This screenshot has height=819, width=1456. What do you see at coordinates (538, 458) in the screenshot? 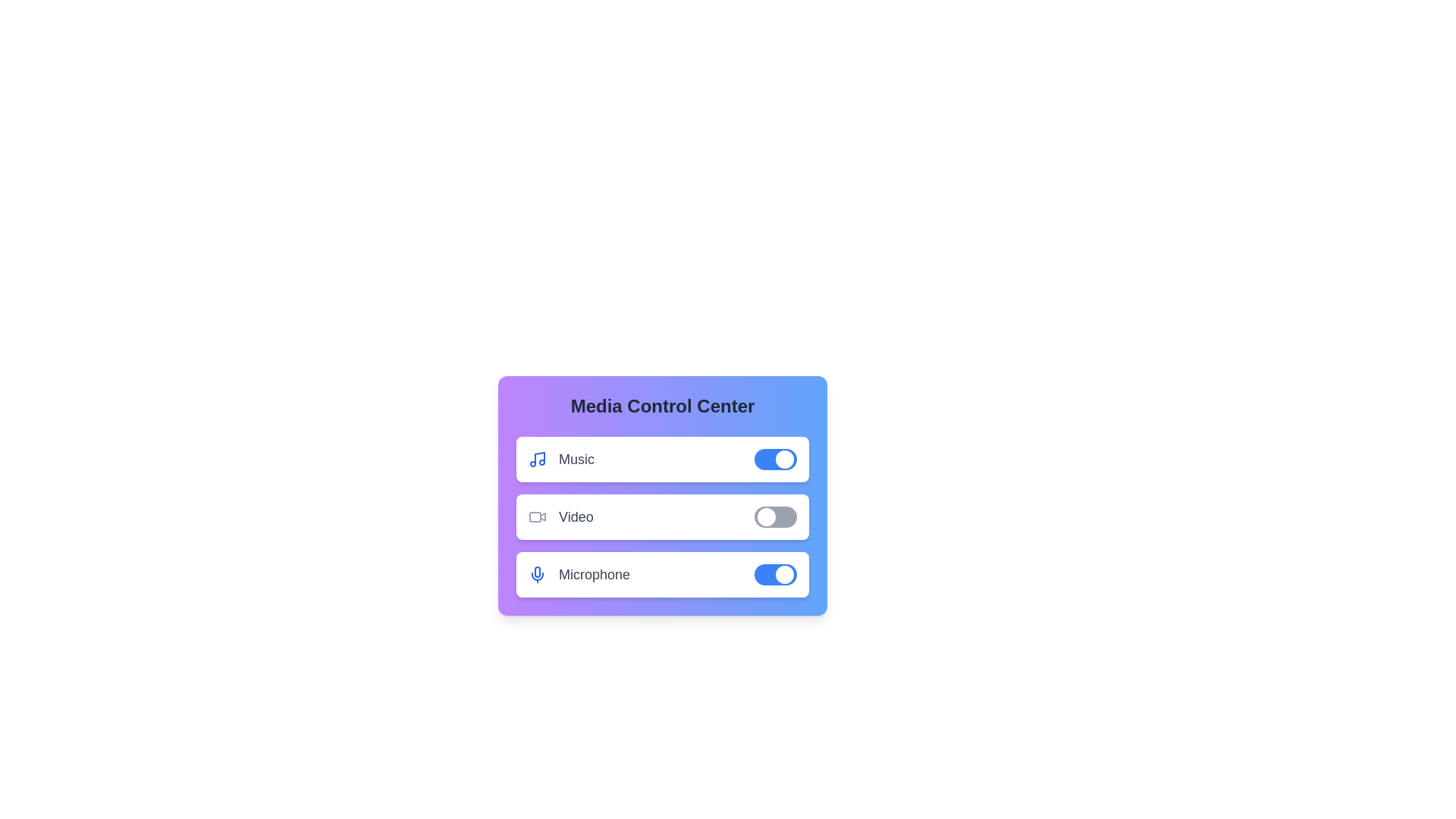
I see `the icon representing the Music control` at bounding box center [538, 458].